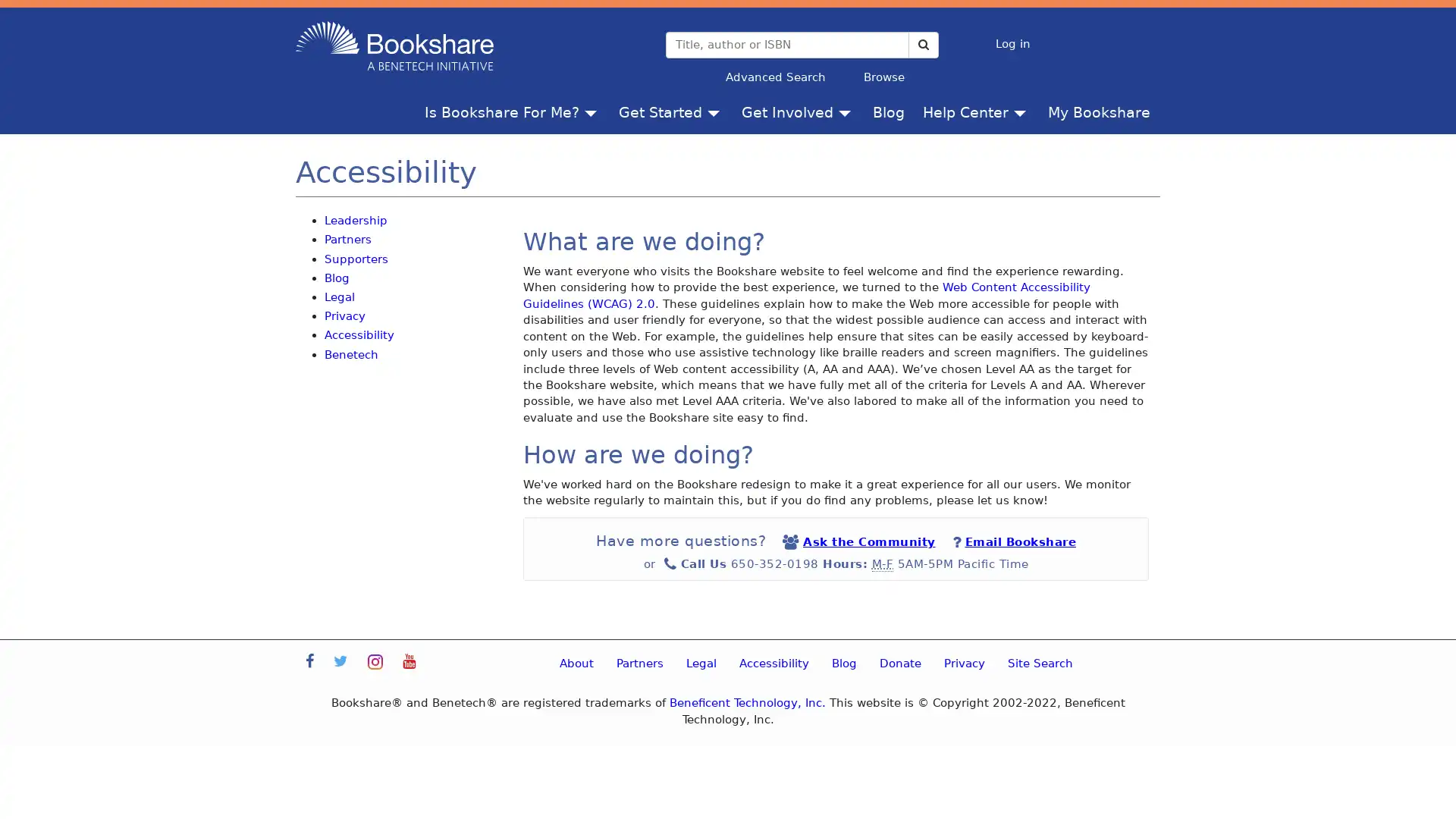 The image size is (1456, 819). I want to click on Is Bookshare For Me? menu, so click(593, 111).